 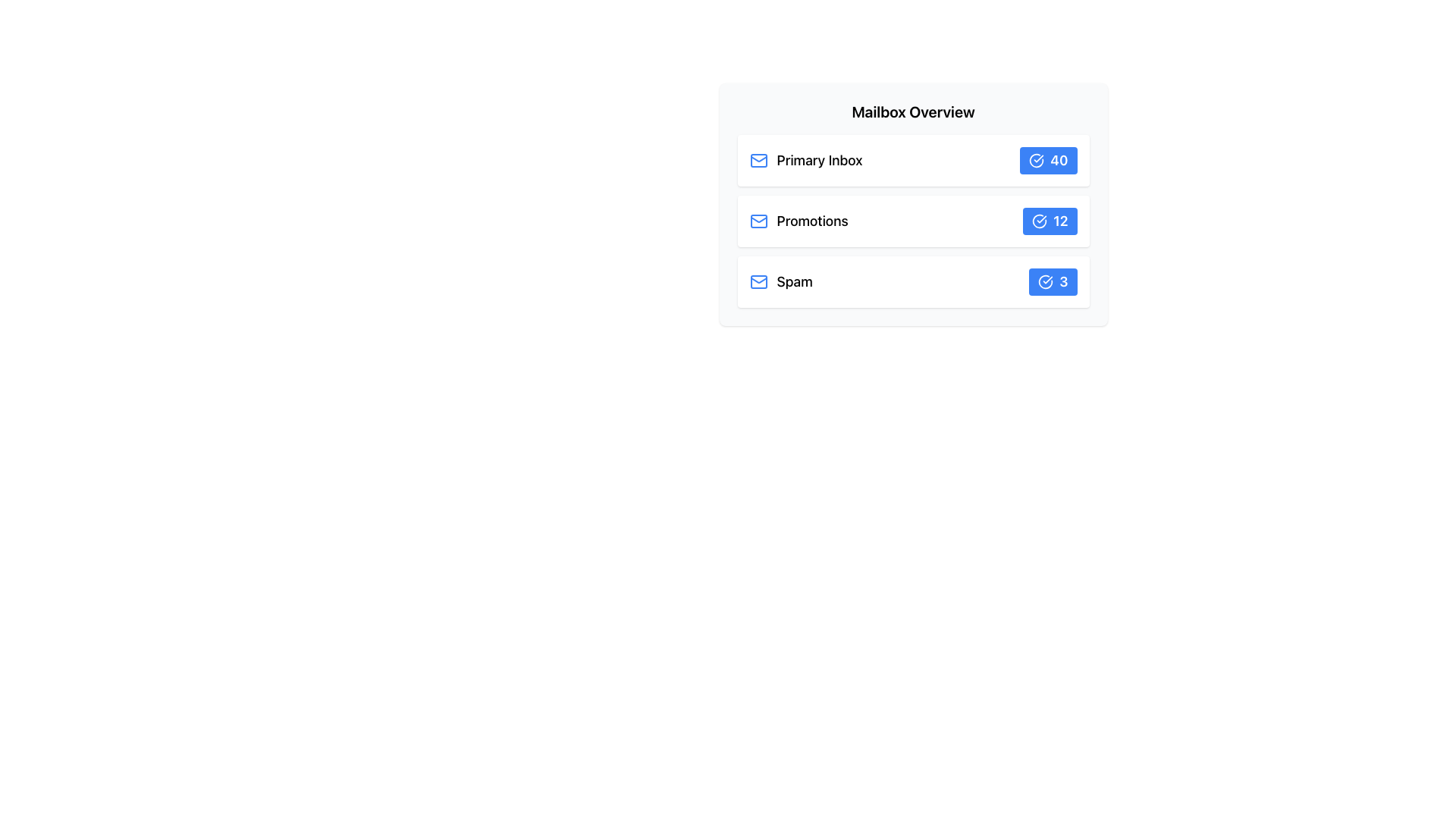 I want to click on the button indicating the number of items in the 'Spam' category, located at the right edge of the 'Mailbox Overview' panel, following the text 'Spam', so click(x=1051, y=281).